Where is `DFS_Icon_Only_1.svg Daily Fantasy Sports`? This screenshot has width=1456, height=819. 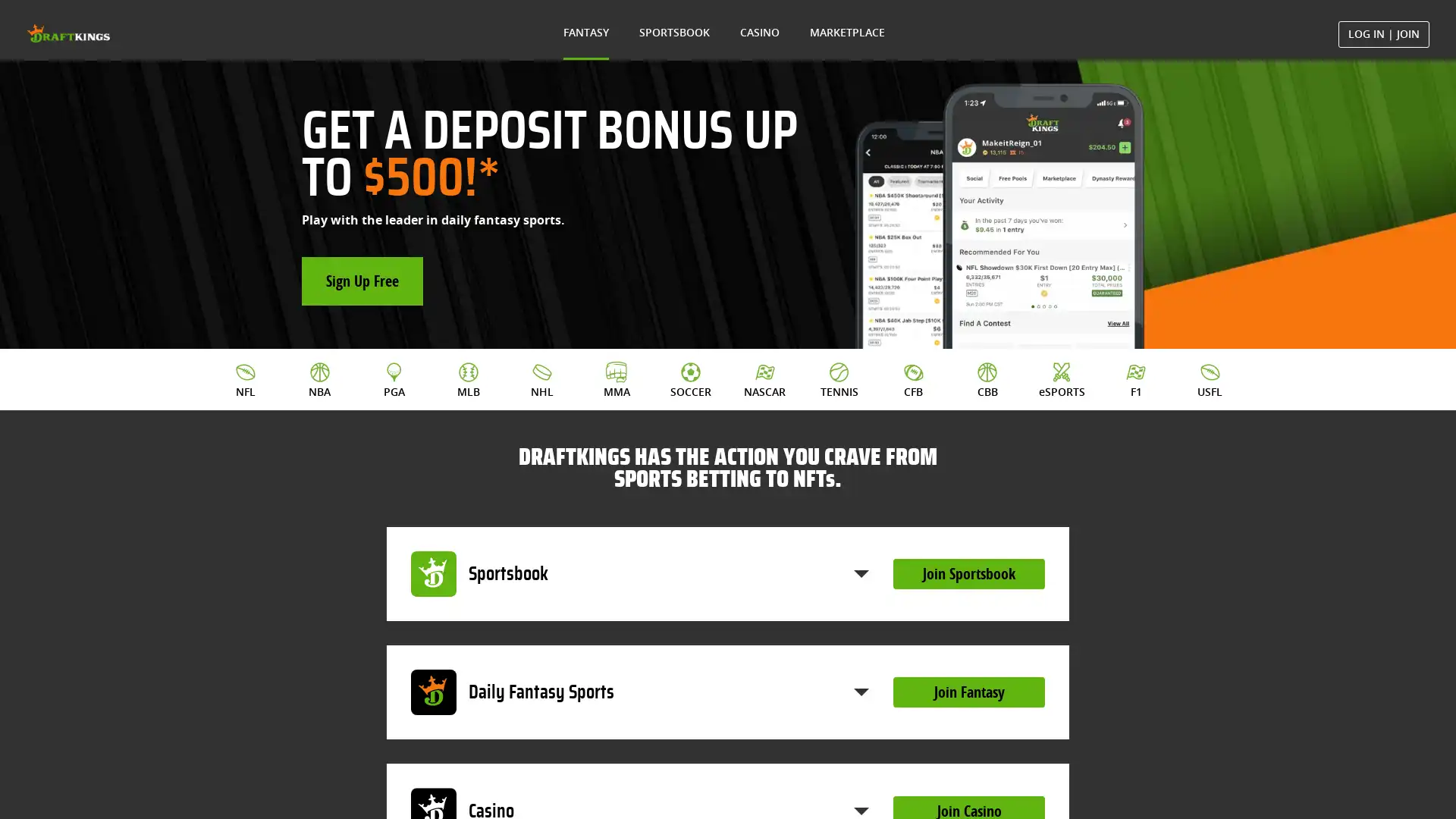 DFS_Icon_Only_1.svg Daily Fantasy Sports is located at coordinates (640, 692).